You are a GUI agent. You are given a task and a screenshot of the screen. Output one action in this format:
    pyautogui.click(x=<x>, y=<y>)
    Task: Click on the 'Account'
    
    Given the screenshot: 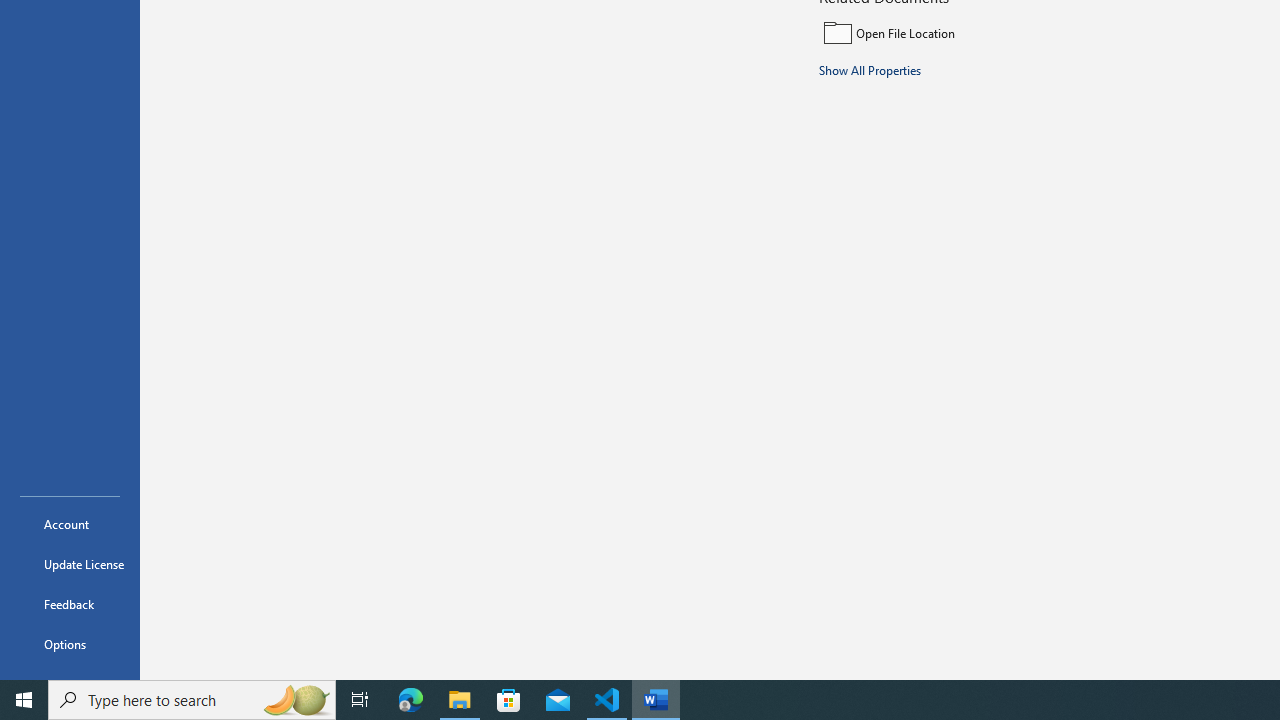 What is the action you would take?
    pyautogui.click(x=69, y=523)
    